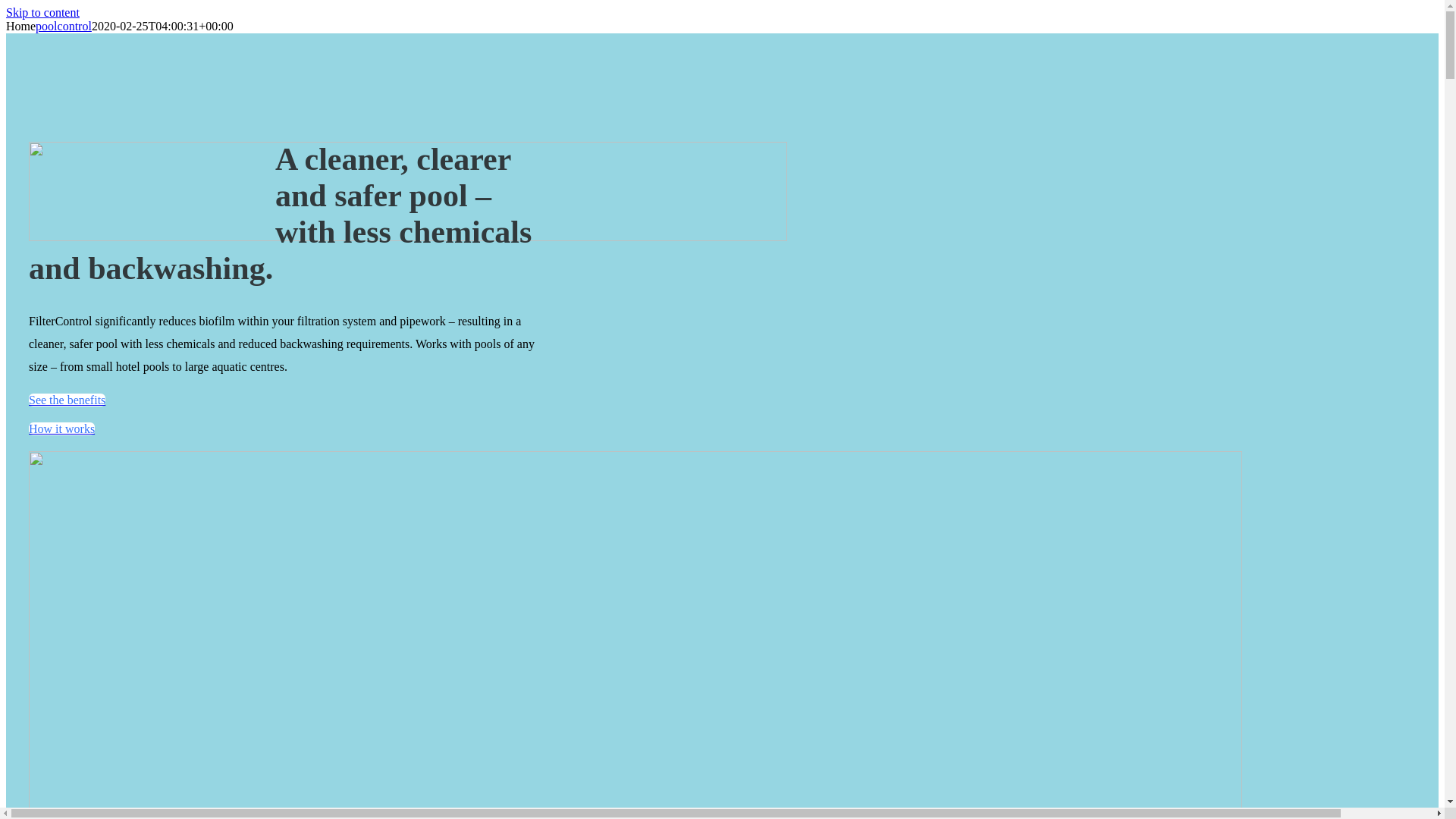 The width and height of the screenshot is (1456, 819). Describe the element at coordinates (29, 190) in the screenshot. I see `'FIlterControl_Logo'` at that location.